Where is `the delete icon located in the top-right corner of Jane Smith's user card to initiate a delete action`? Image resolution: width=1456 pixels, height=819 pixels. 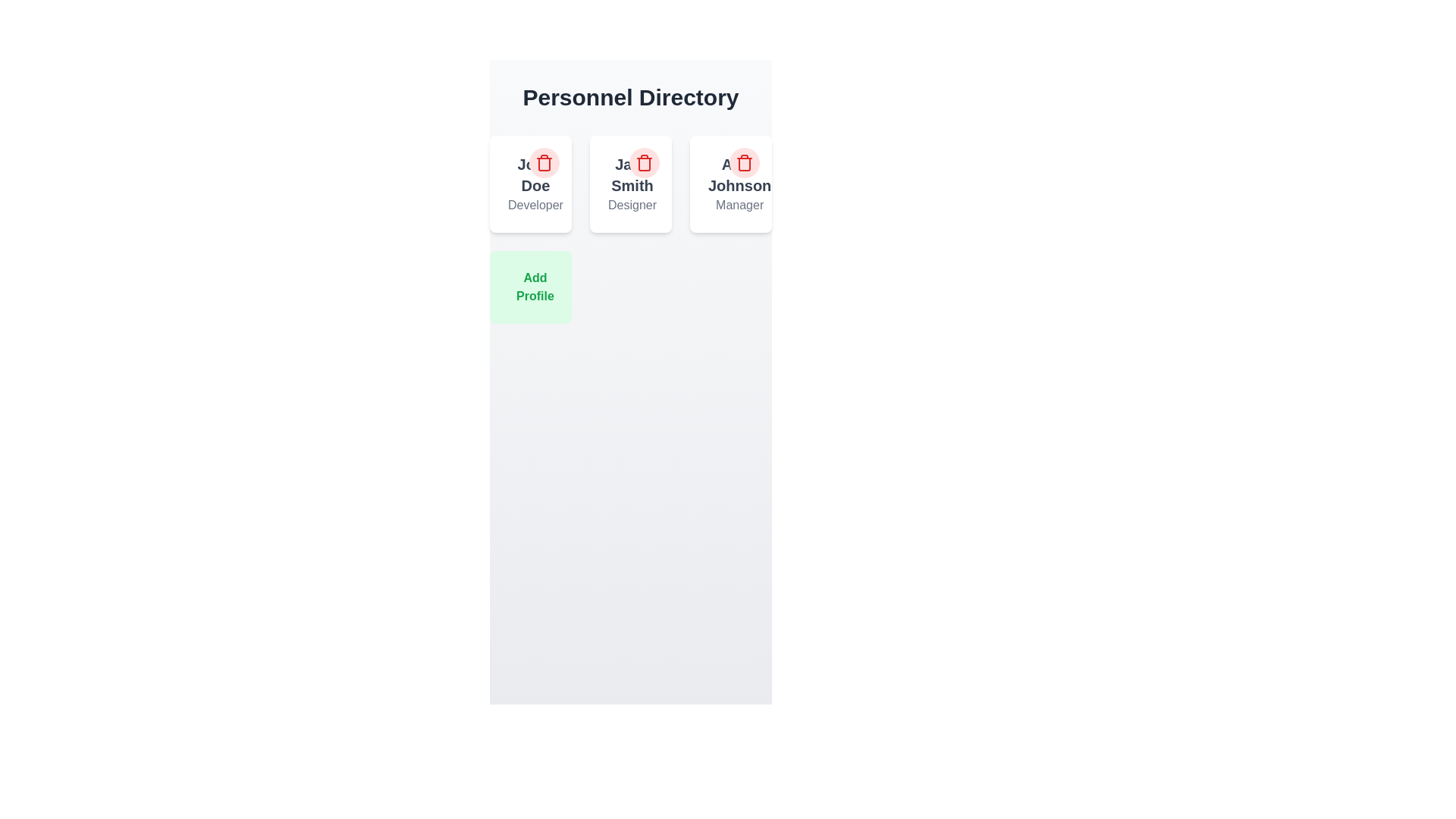
the delete icon located in the top-right corner of Jane Smith's user card to initiate a delete action is located at coordinates (644, 164).